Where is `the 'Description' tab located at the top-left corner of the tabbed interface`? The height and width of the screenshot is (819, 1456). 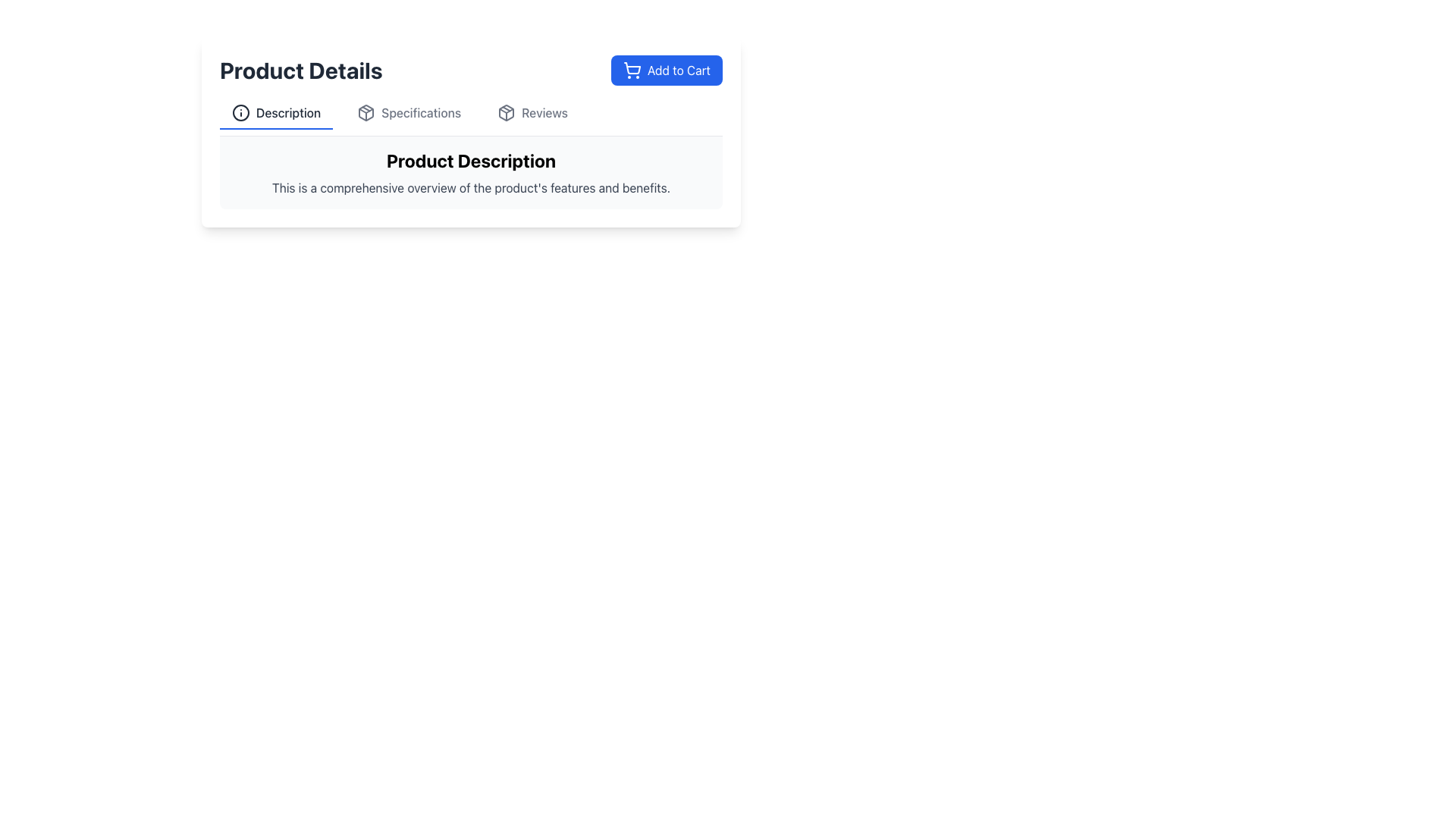 the 'Description' tab located at the top-left corner of the tabbed interface is located at coordinates (276, 113).